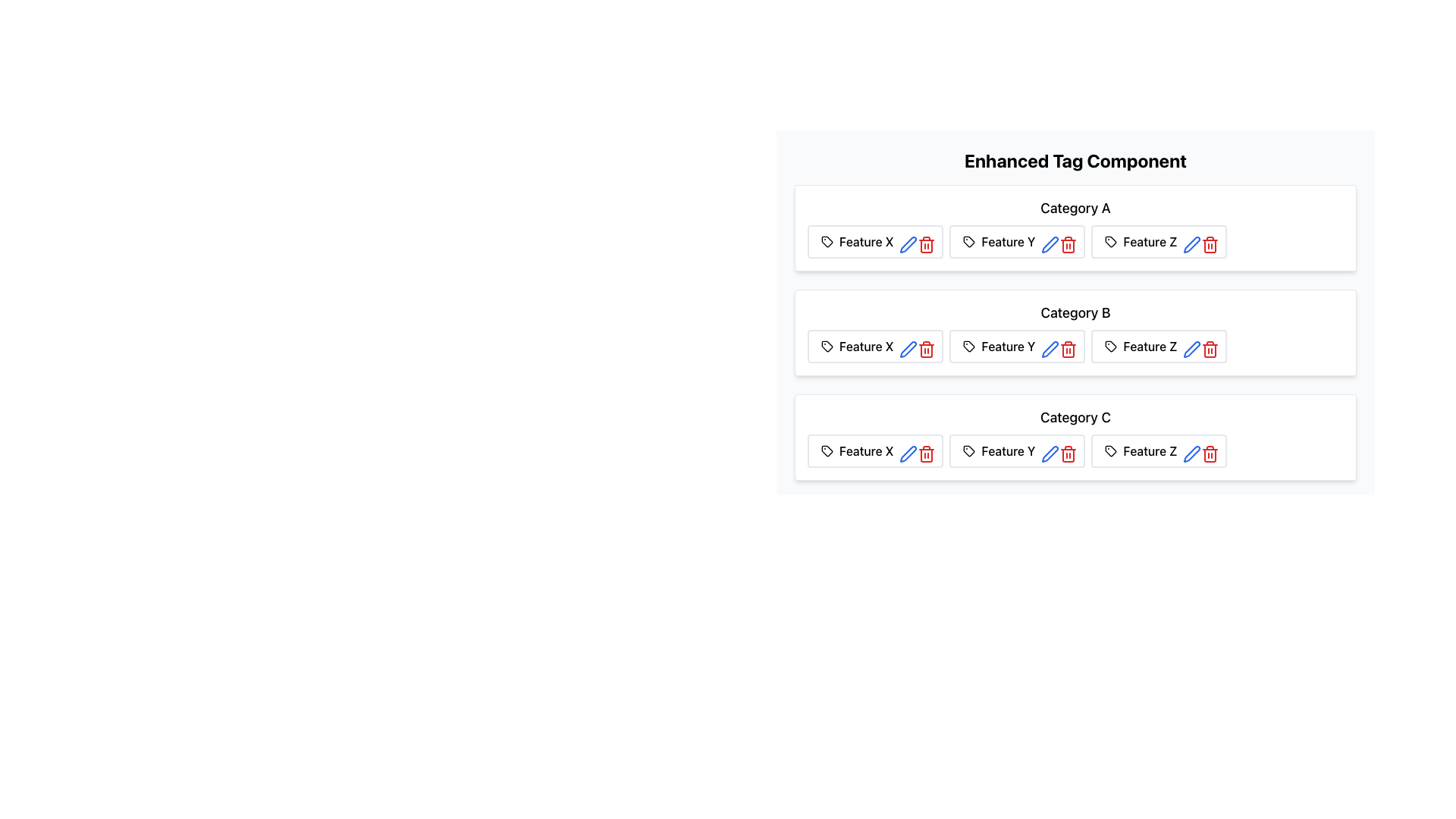  What do you see at coordinates (1111, 450) in the screenshot?
I see `the tag icon located to the immediate left of the 'Feature Z' label in the 'Category C' section, which represents tagging operations` at bounding box center [1111, 450].